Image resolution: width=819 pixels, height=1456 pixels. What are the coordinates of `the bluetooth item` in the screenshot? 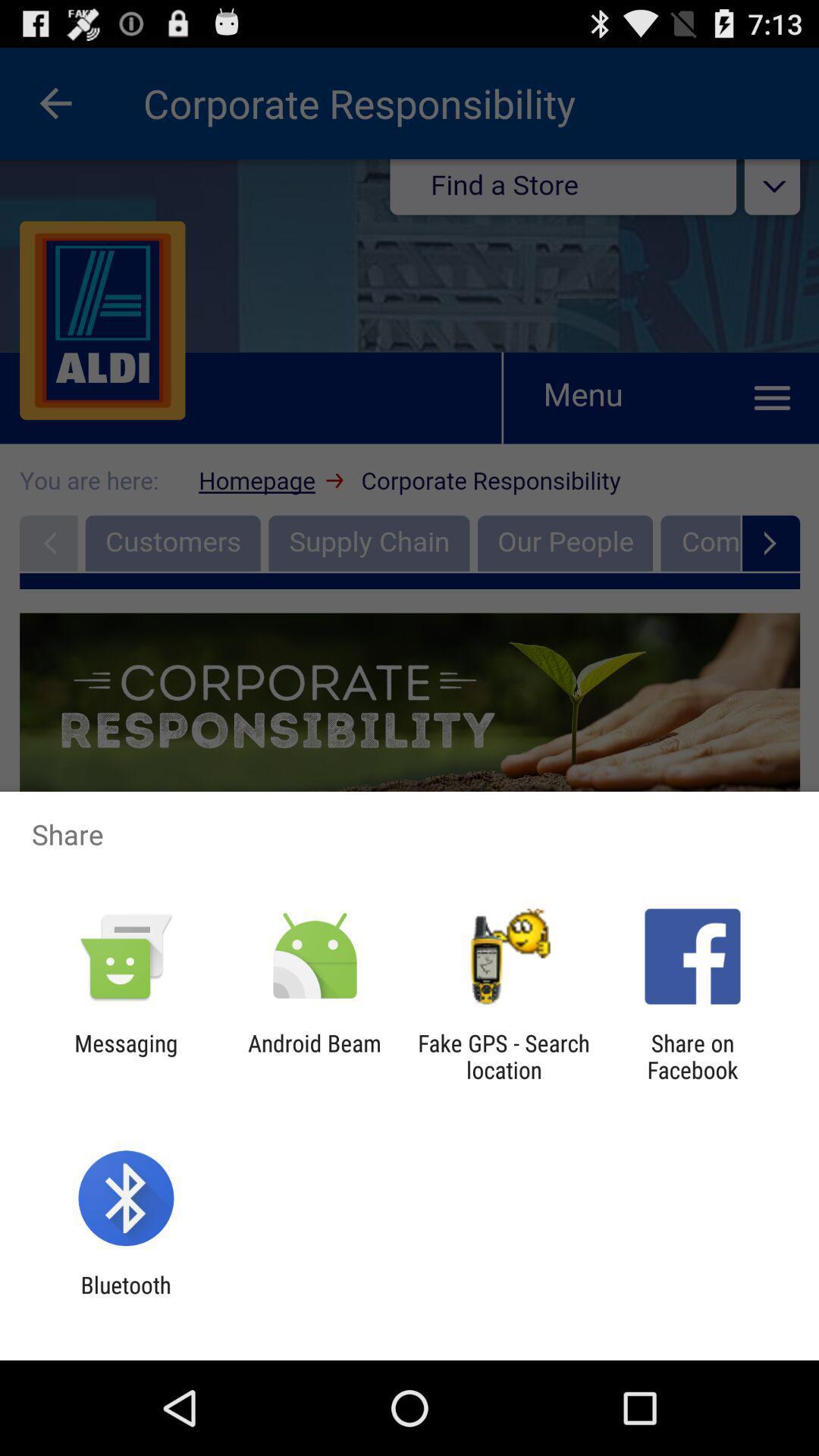 It's located at (125, 1298).